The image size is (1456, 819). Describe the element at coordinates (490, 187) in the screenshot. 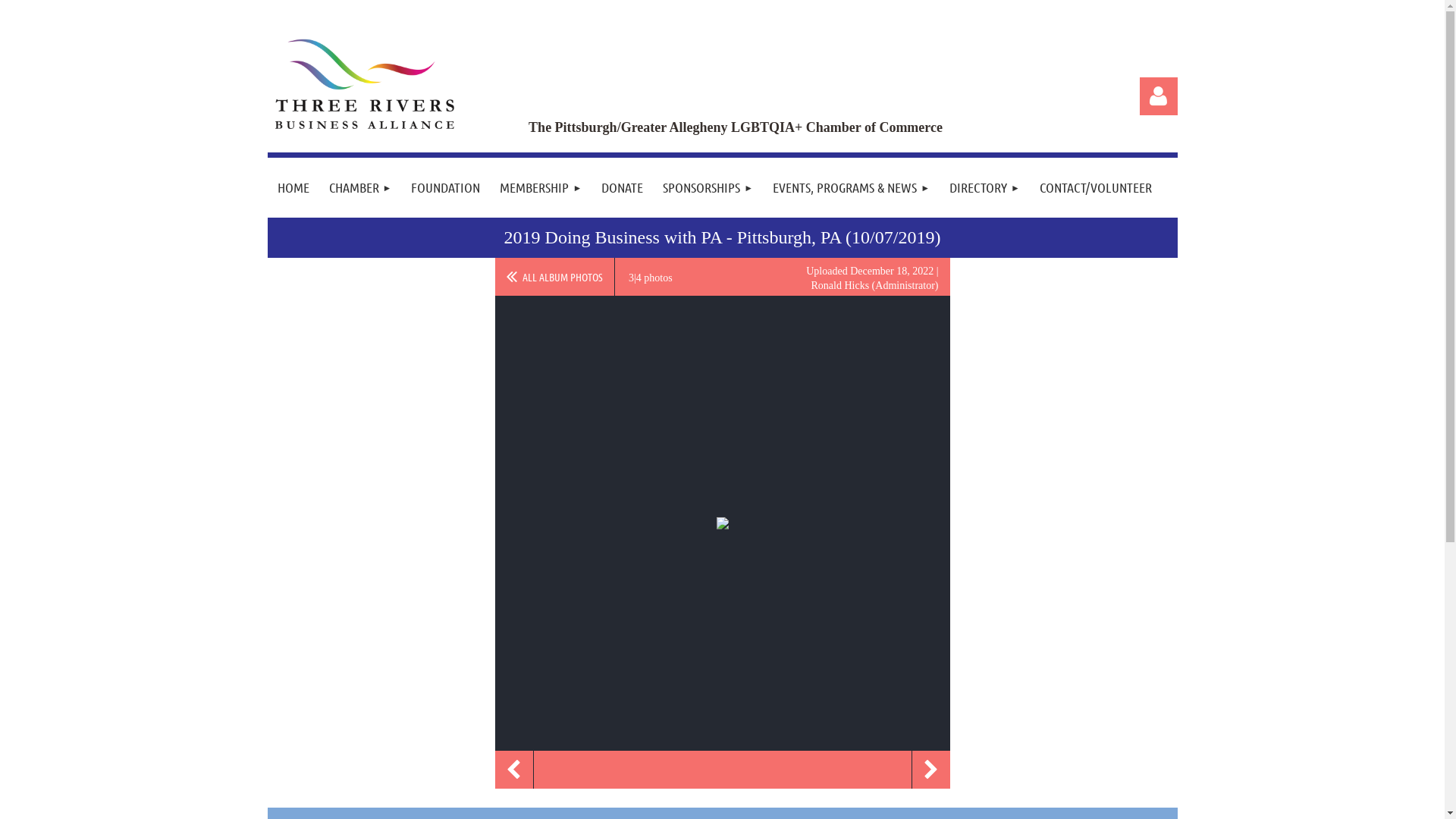

I see `'MEMBERSHIP'` at that location.